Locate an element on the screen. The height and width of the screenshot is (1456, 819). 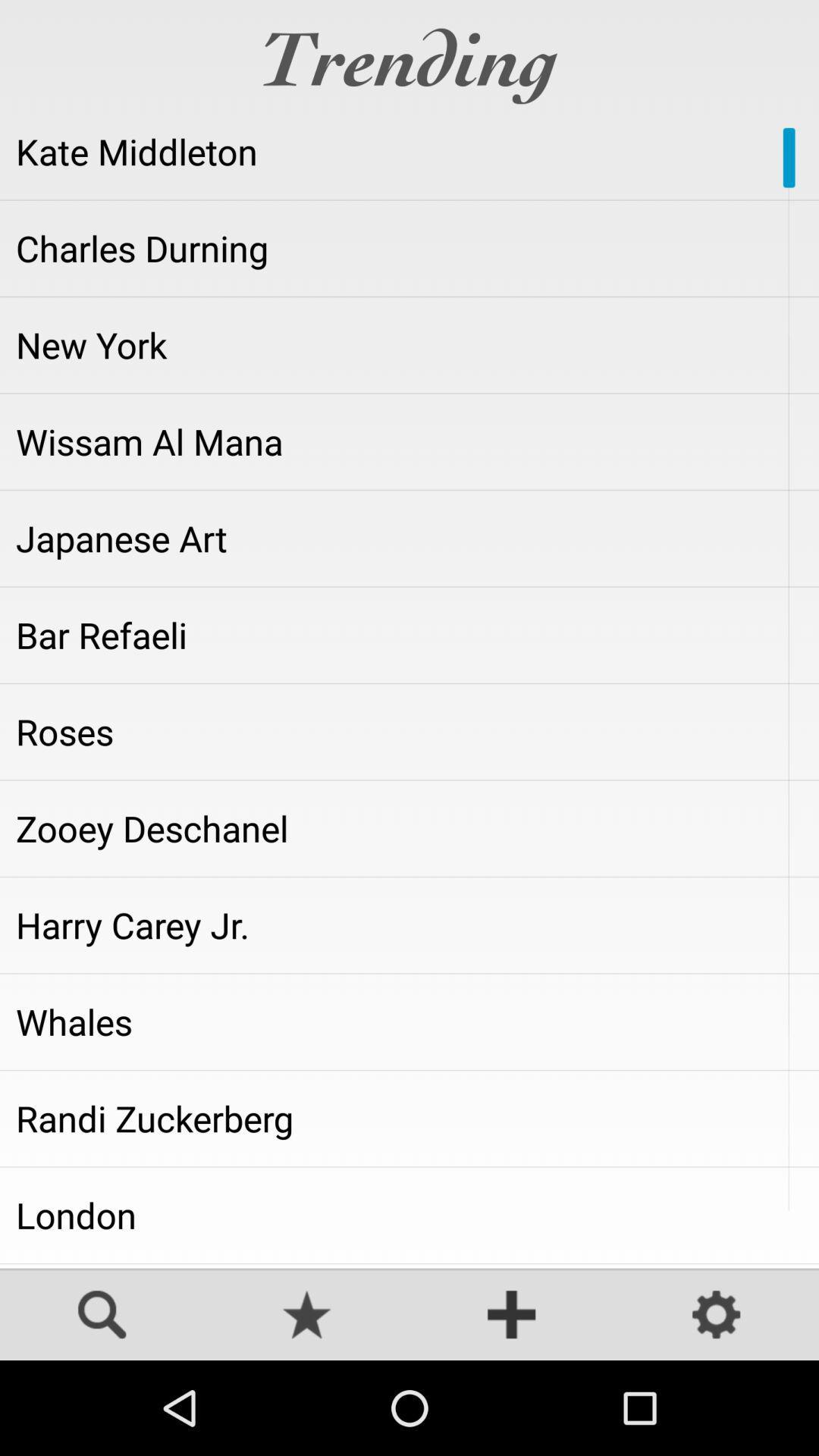
the icon below the kate middleton item is located at coordinates (409, 248).